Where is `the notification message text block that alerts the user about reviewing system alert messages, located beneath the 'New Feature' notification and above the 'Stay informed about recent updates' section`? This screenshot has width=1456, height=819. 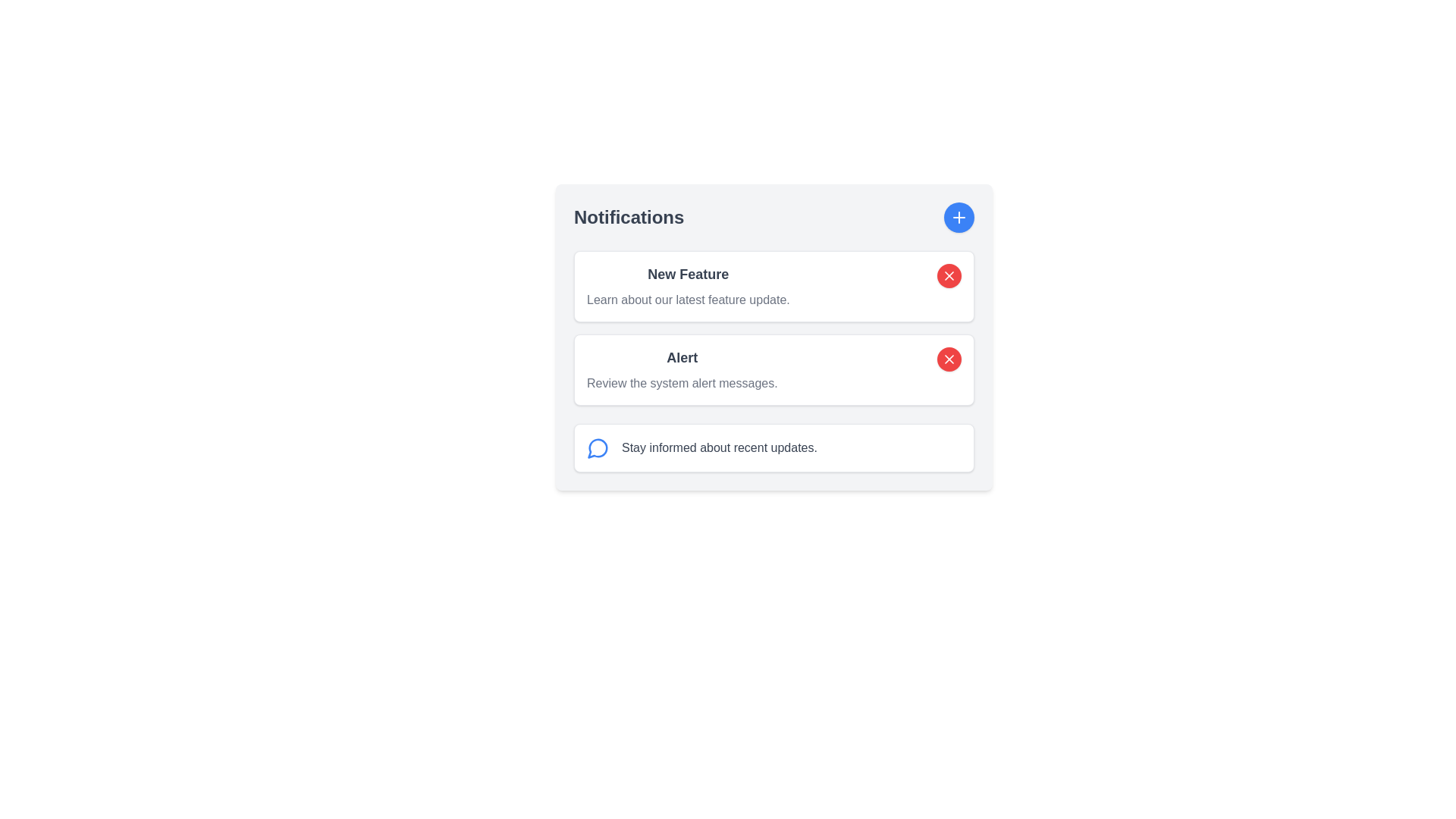 the notification message text block that alerts the user about reviewing system alert messages, located beneath the 'New Feature' notification and above the 'Stay informed about recent updates' section is located at coordinates (681, 370).